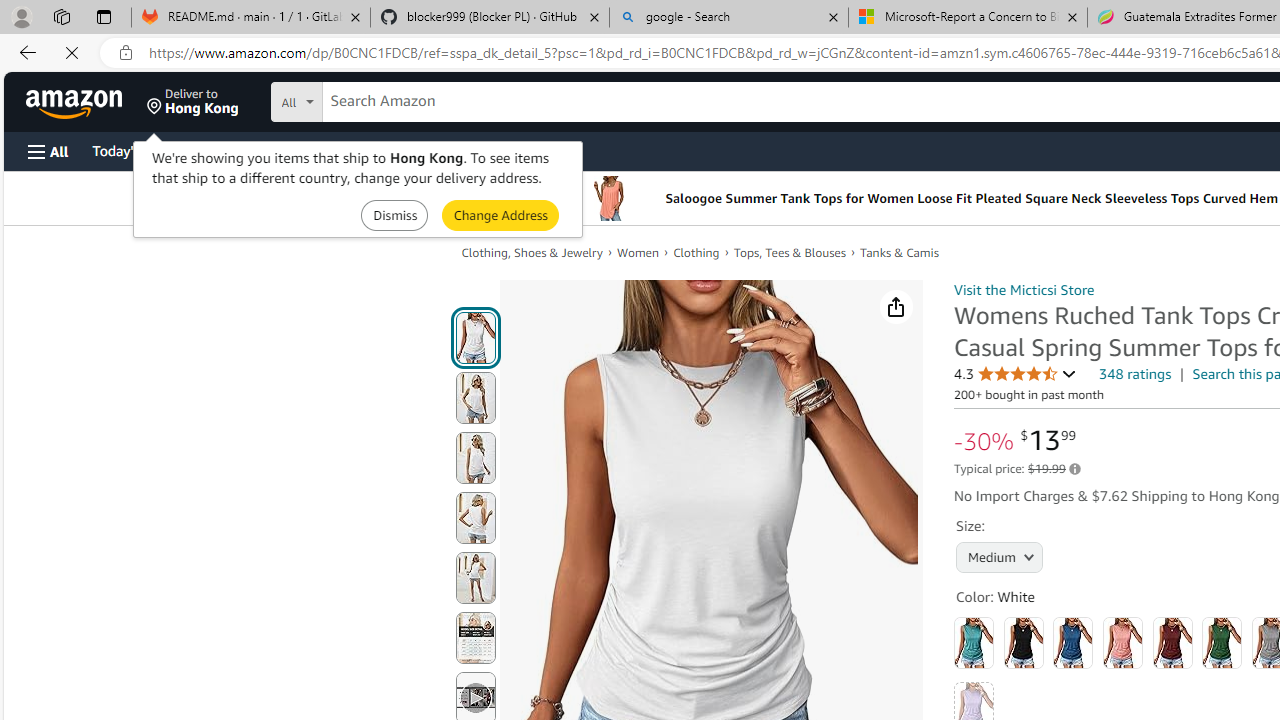  Describe the element at coordinates (905, 252) in the screenshot. I see `'Tanks & Camis'` at that location.